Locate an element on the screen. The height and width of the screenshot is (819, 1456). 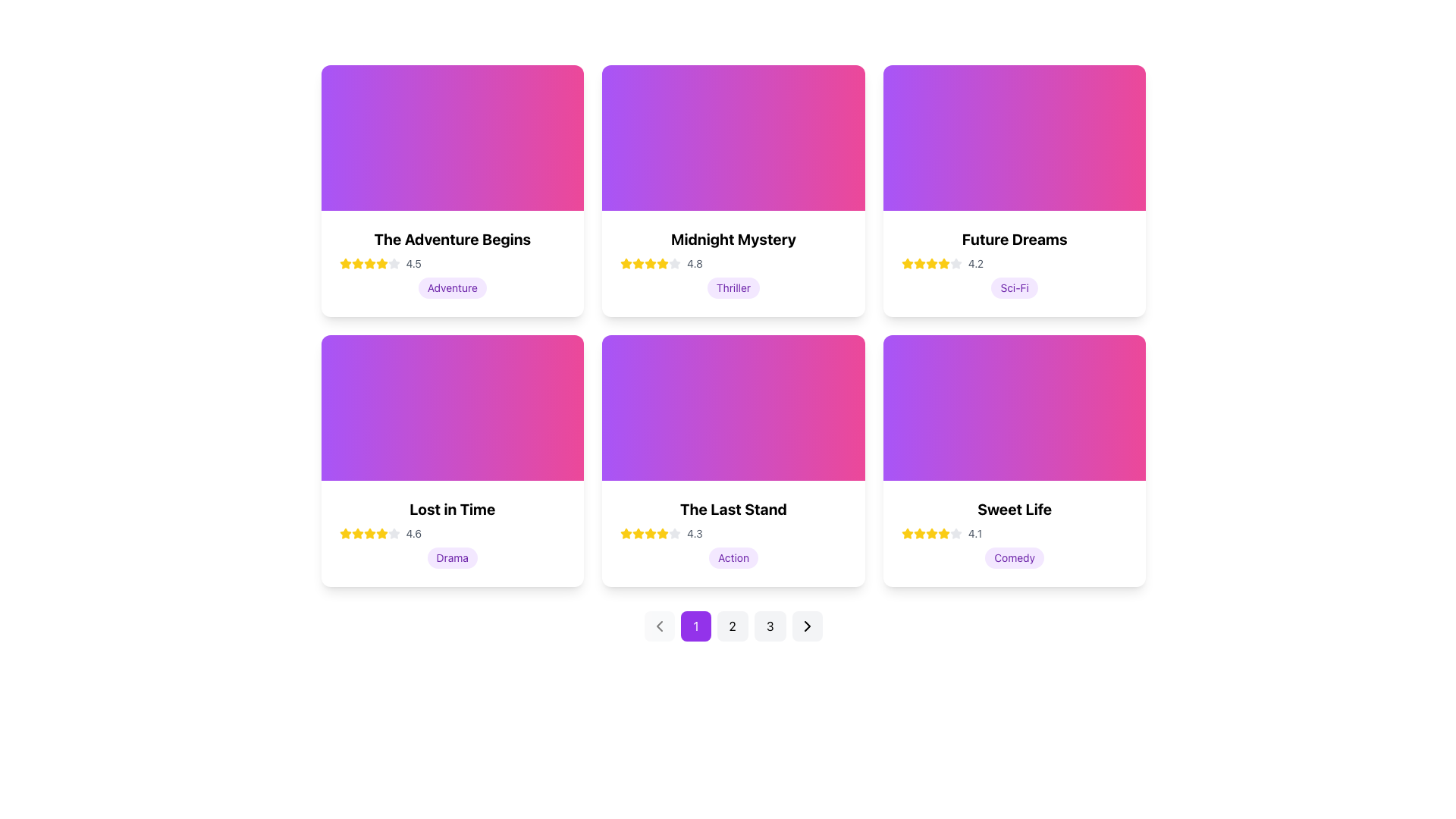
text content of the main title label located at the top of the middle card in the top row of the grid layout, which is situated above the rating and category tag 'Sci-Fi' is located at coordinates (1015, 239).